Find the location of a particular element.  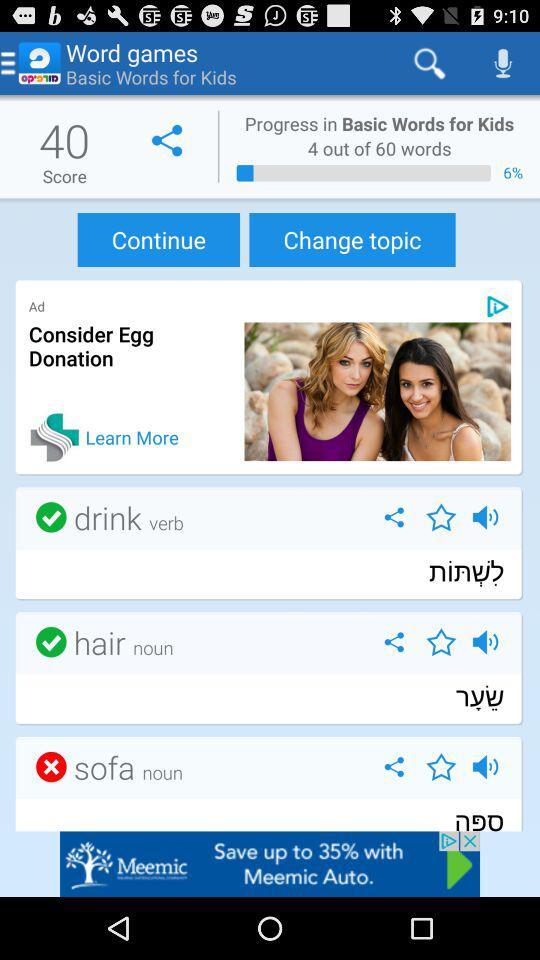

advertisement is located at coordinates (496, 306).